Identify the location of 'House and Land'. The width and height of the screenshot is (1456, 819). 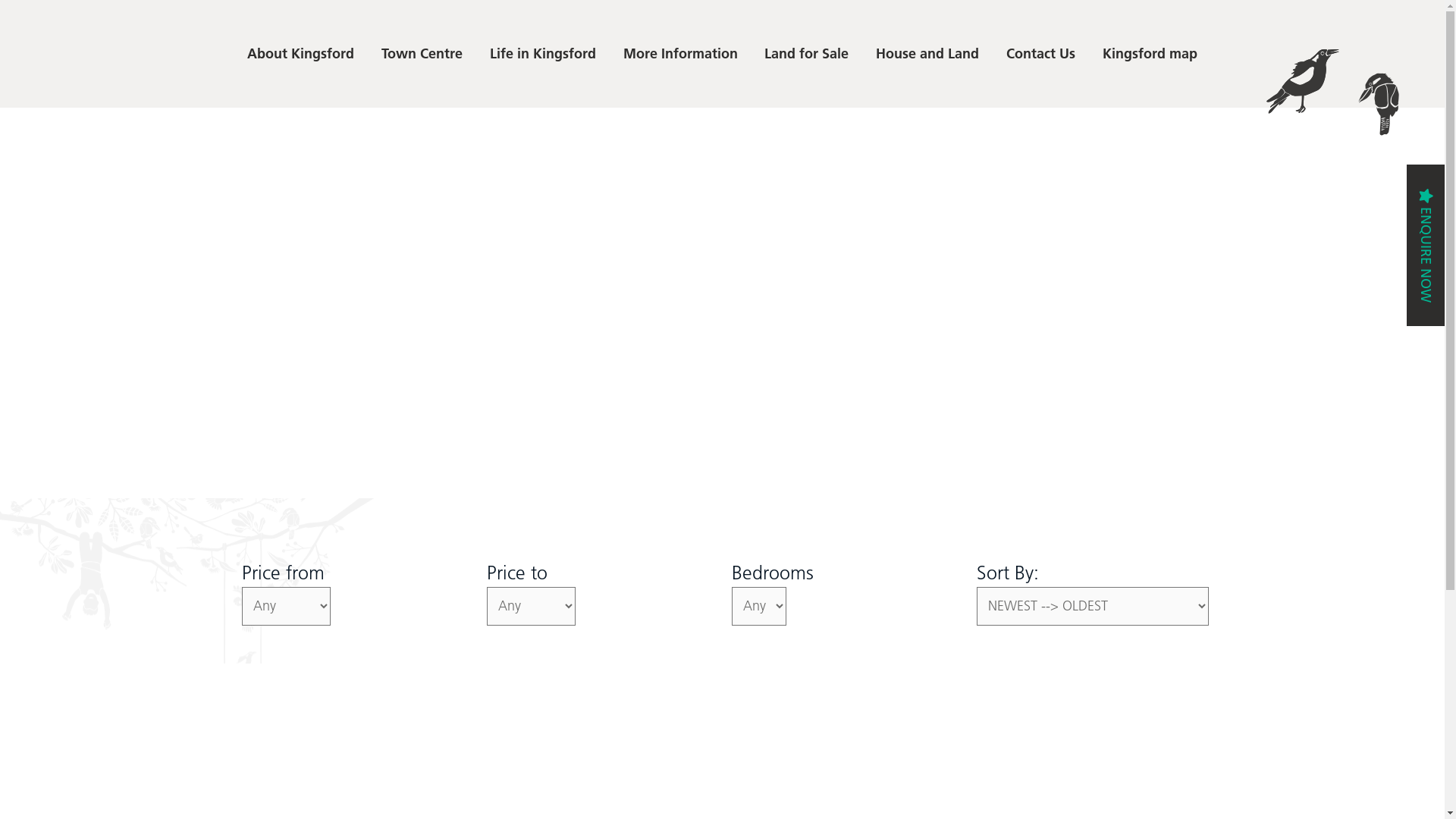
(927, 52).